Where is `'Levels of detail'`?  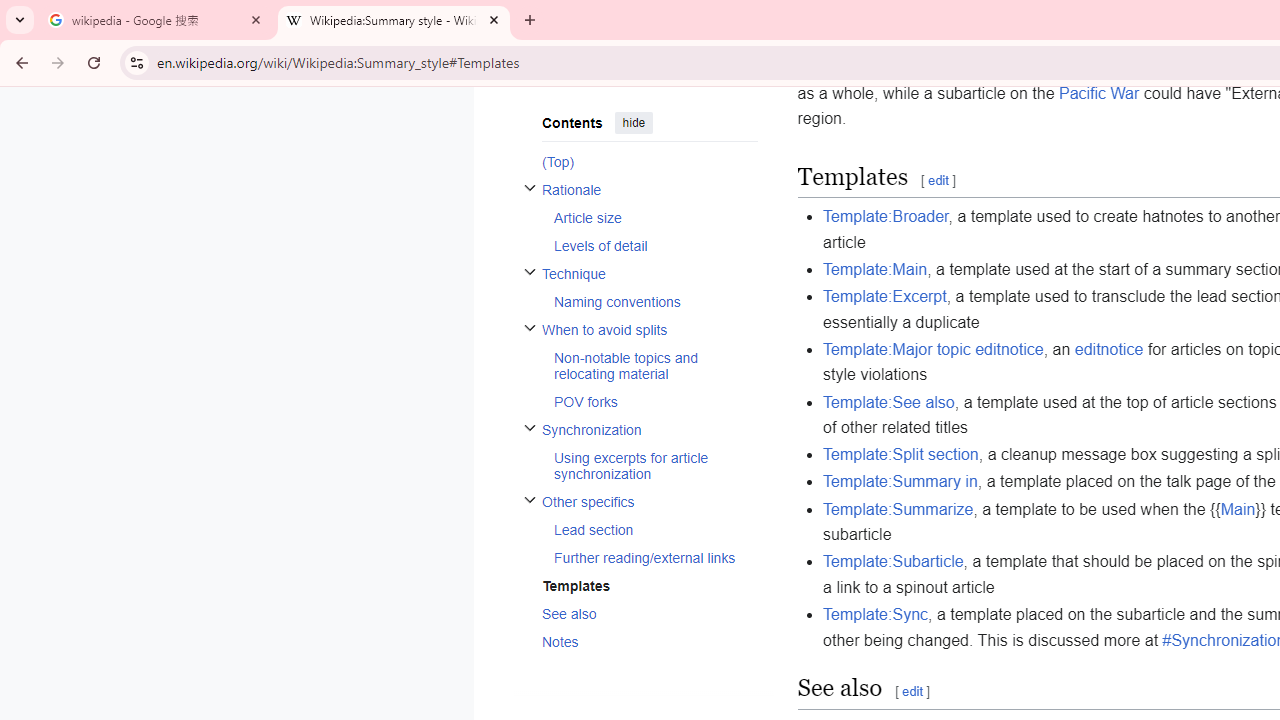 'Levels of detail' is located at coordinates (655, 244).